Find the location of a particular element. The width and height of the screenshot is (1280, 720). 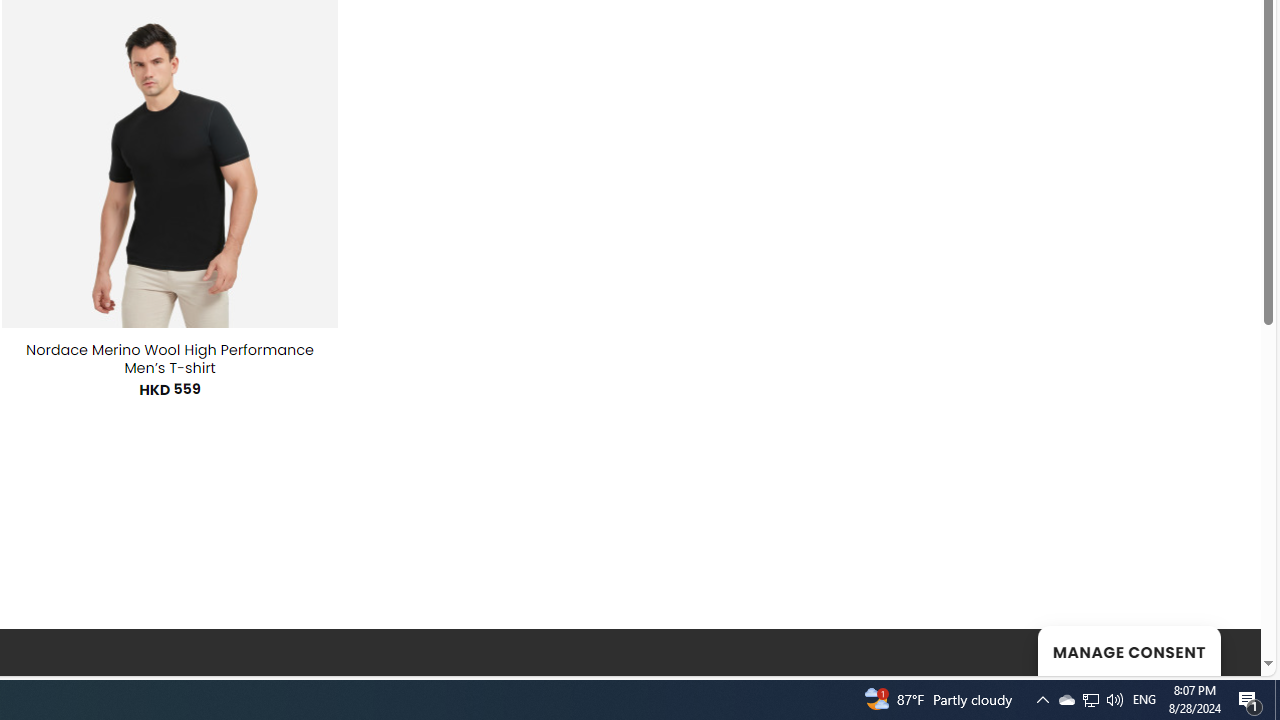

'Go to top' is located at coordinates (1219, 648).